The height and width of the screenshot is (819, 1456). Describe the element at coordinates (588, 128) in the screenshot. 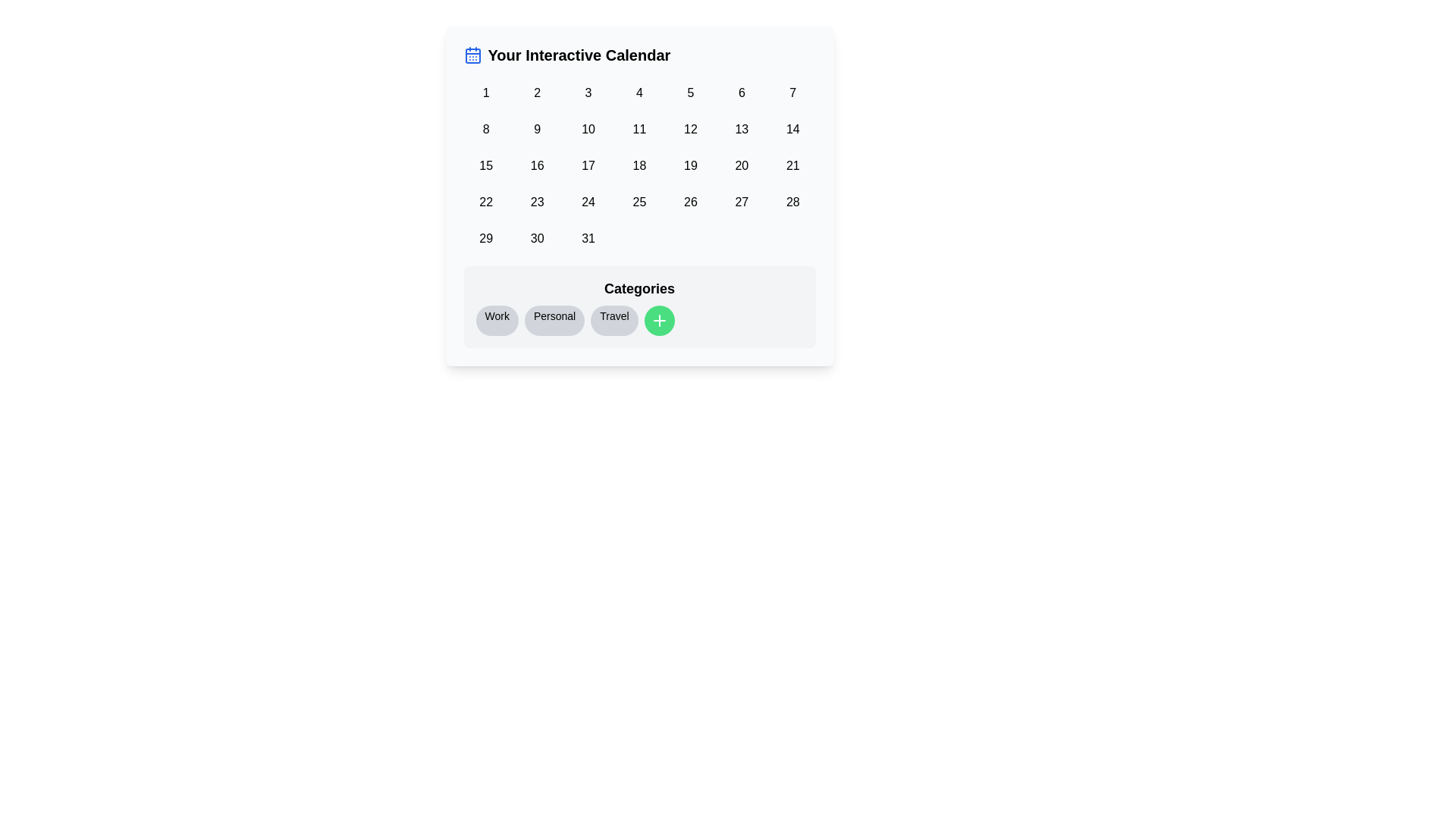

I see `the button for the day '10' in the interactive calendar to change its background color` at that location.